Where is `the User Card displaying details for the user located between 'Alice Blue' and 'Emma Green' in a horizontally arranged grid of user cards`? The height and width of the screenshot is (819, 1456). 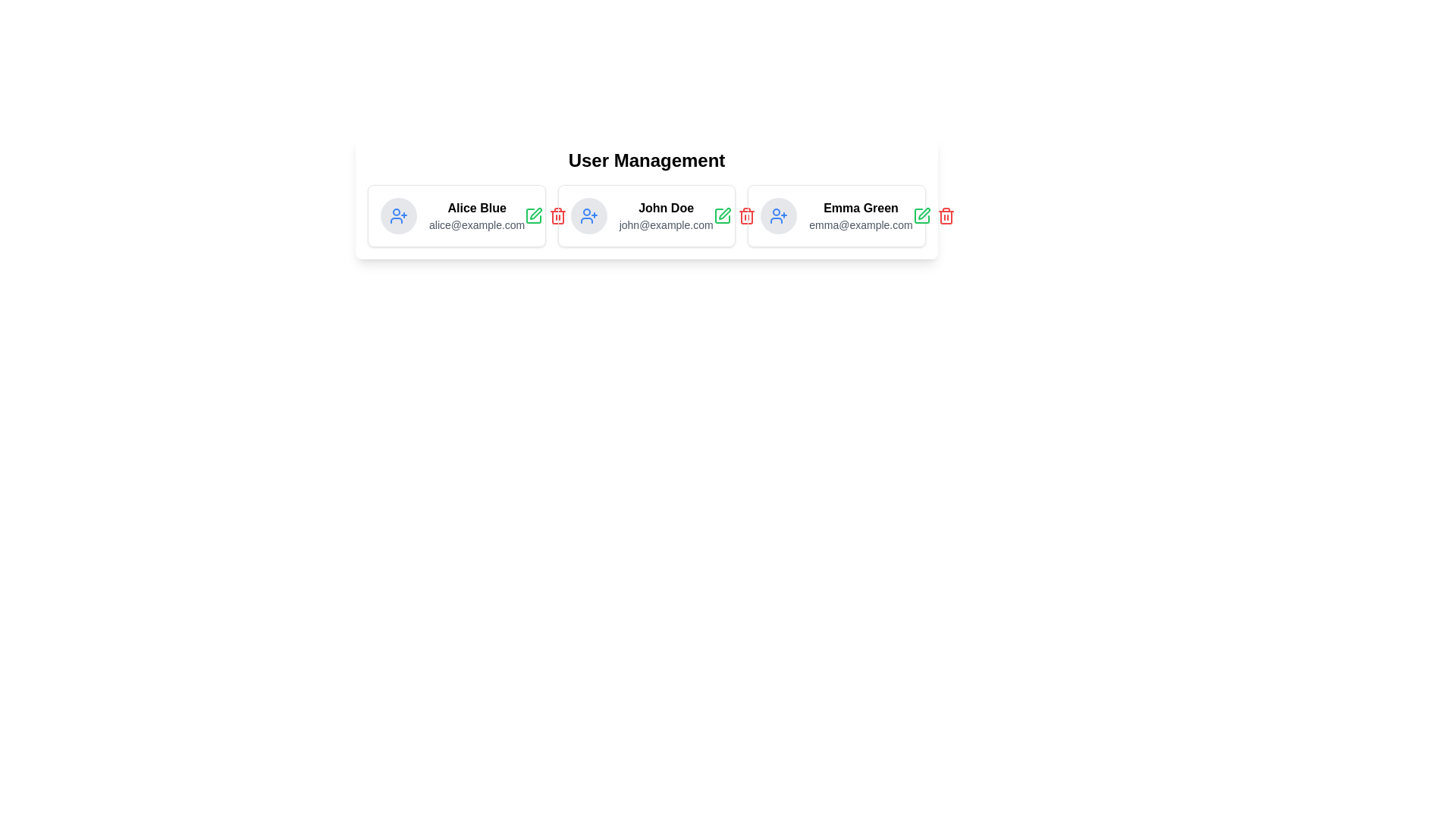 the User Card displaying details for the user located between 'Alice Blue' and 'Emma Green' in a horizontally arranged grid of user cards is located at coordinates (647, 216).